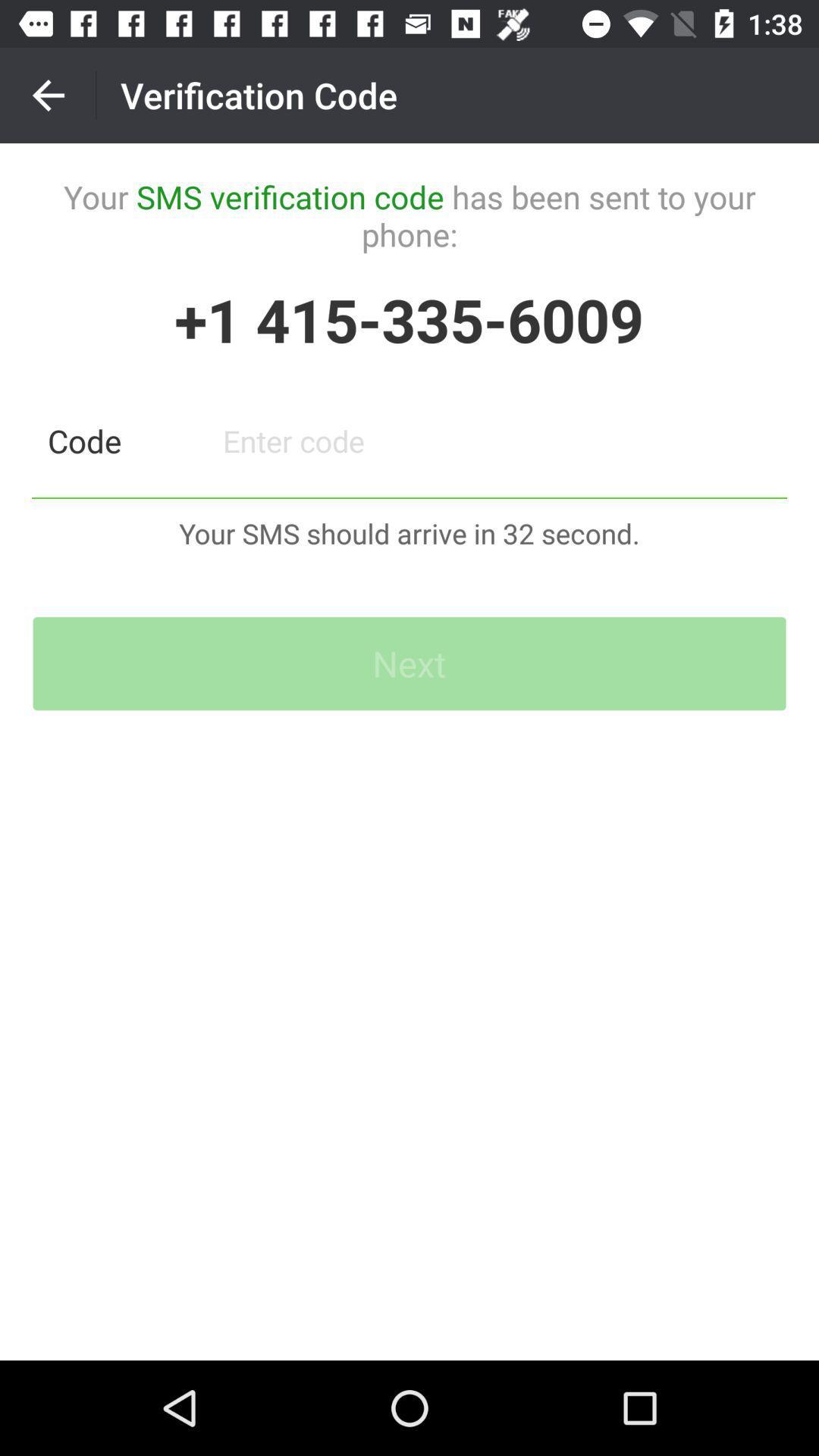 The image size is (819, 1456). What do you see at coordinates (497, 440) in the screenshot?
I see `code entry field` at bounding box center [497, 440].